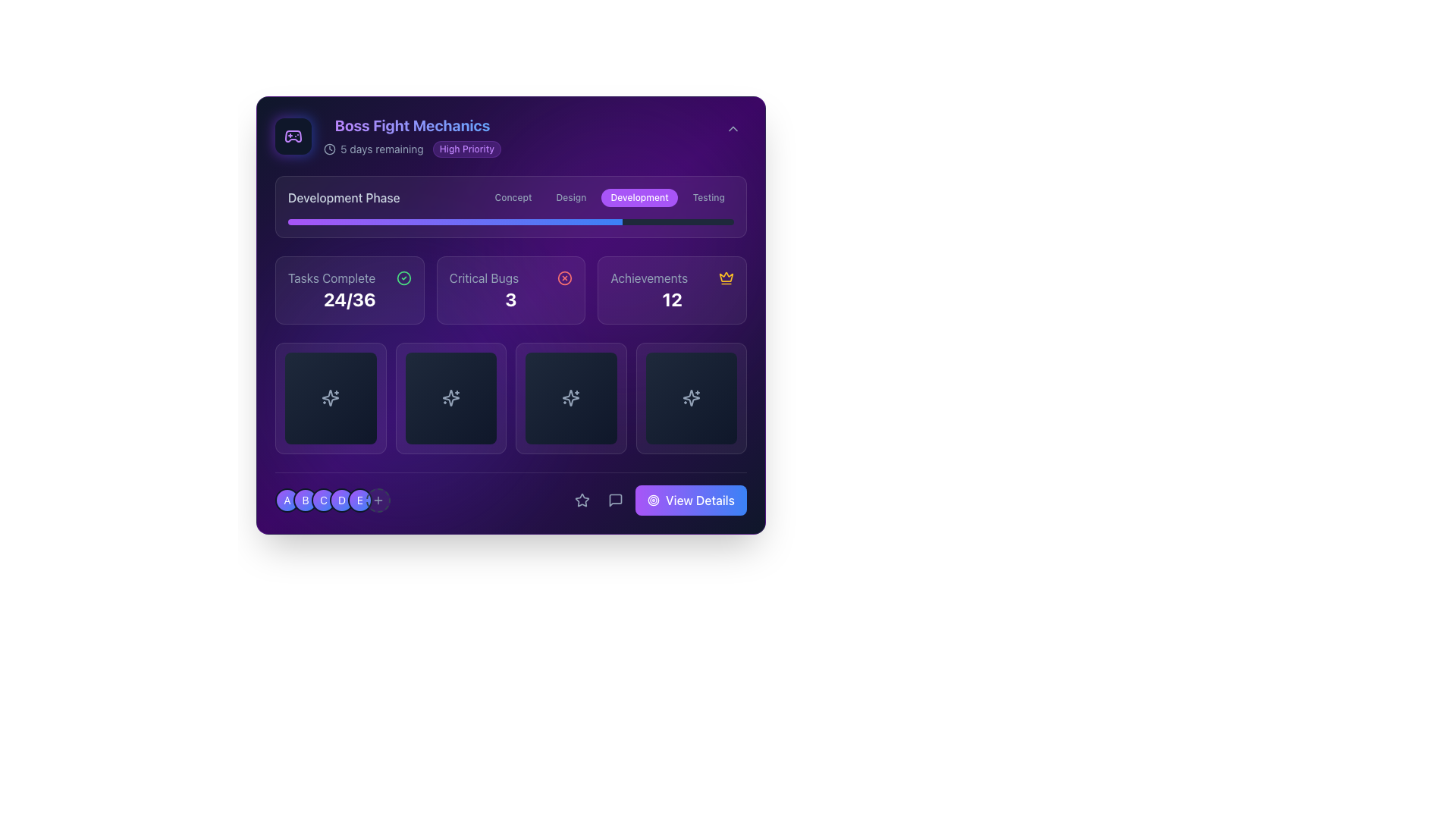  What do you see at coordinates (690, 397) in the screenshot?
I see `the star-shaped icon located in the bottom-right card of the grid layout` at bounding box center [690, 397].